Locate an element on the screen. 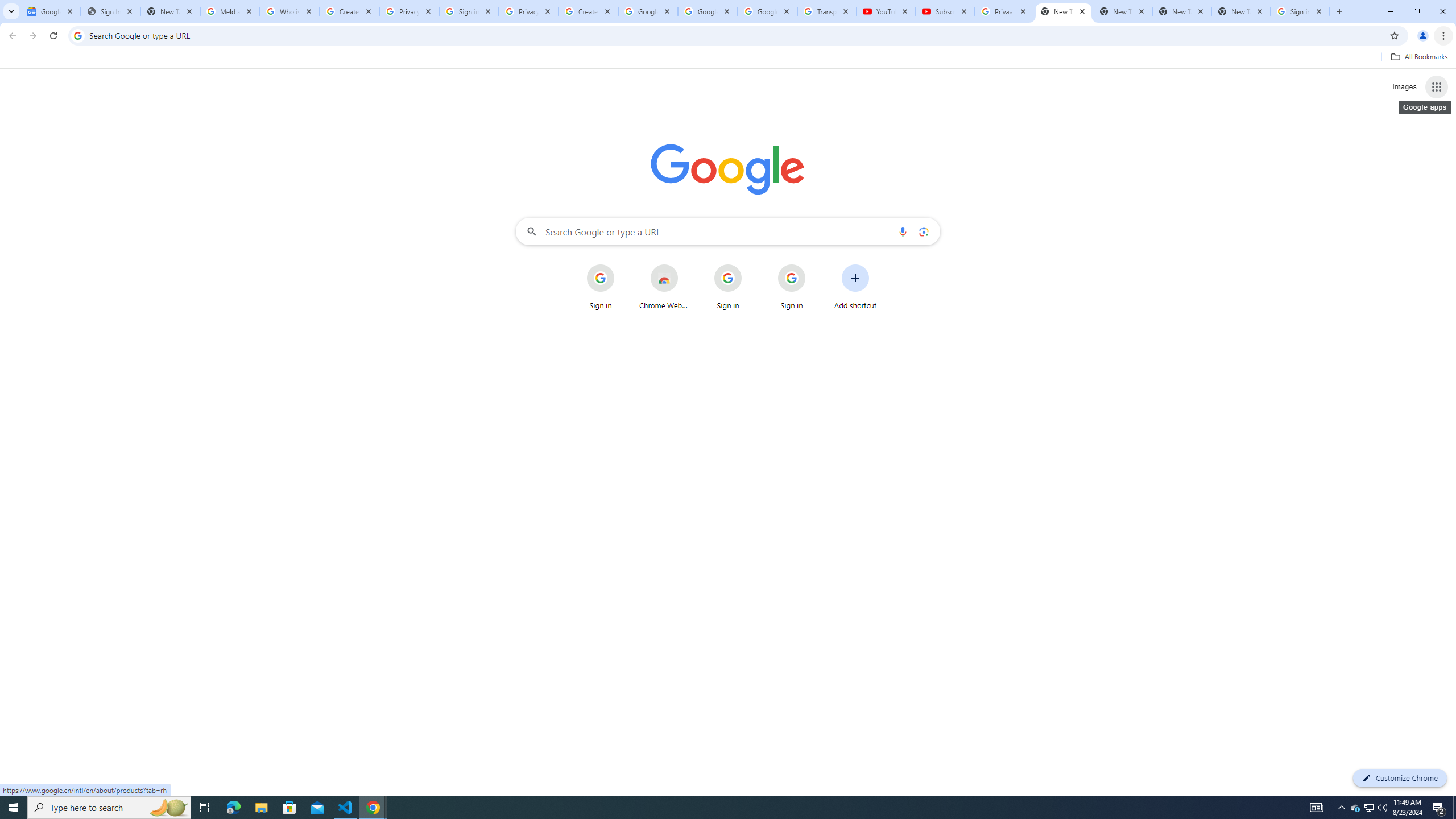 This screenshot has width=1456, height=819. 'More actions for Sign in shortcut' is located at coordinates (814, 266).